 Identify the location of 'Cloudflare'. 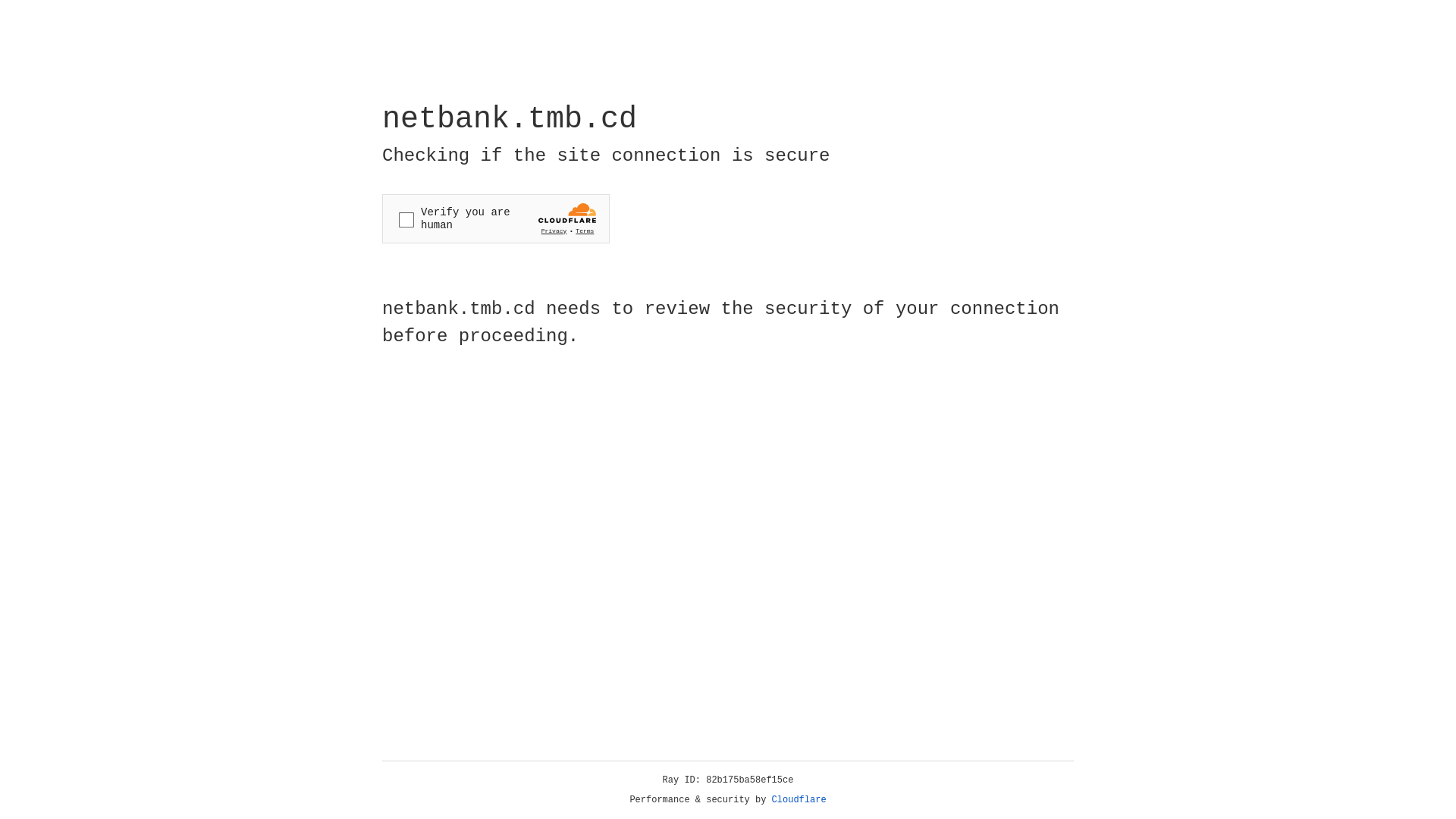
(799, 799).